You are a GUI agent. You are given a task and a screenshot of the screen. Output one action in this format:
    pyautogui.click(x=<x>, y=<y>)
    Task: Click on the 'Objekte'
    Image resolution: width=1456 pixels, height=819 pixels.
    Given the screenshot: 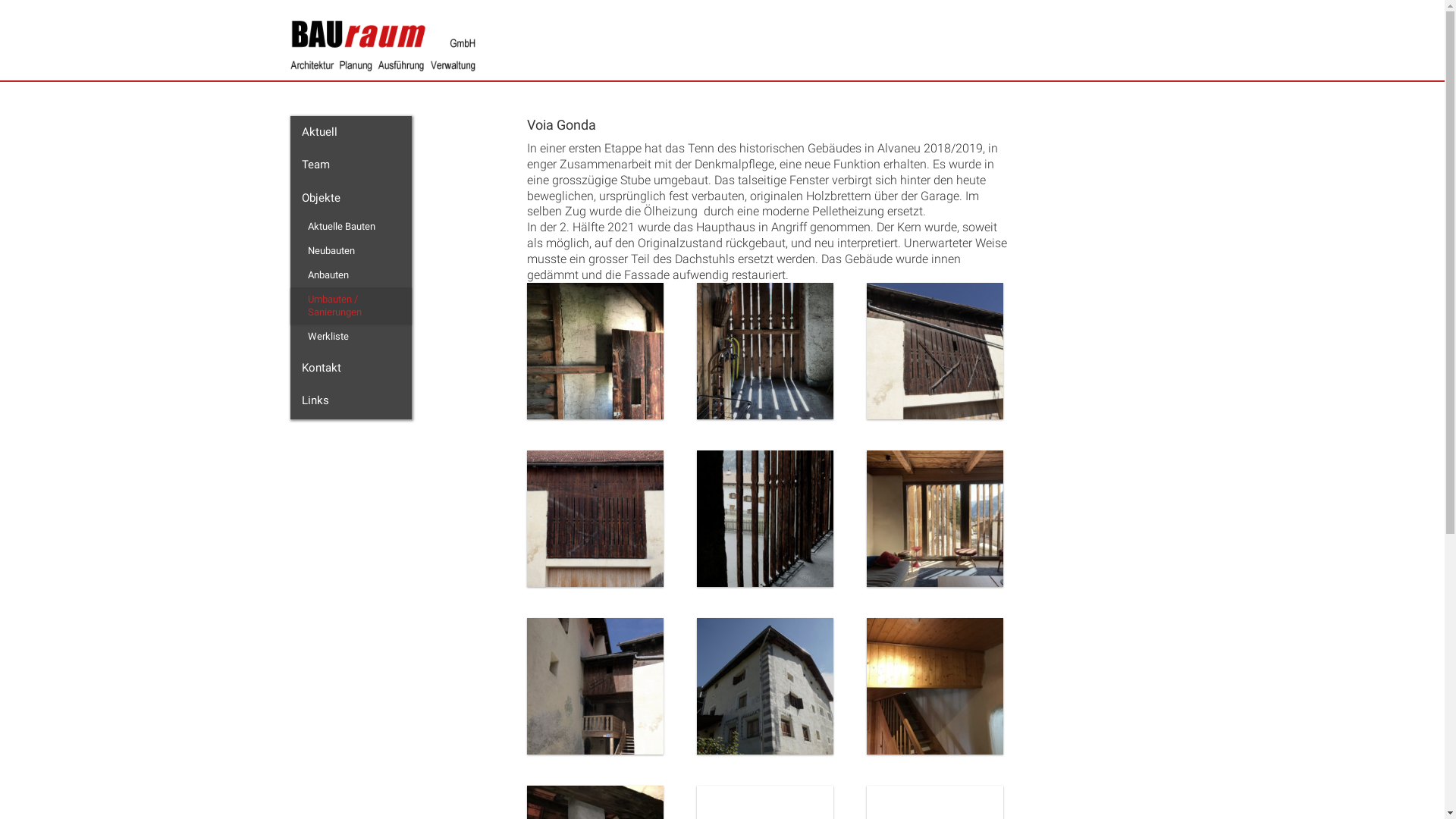 What is the action you would take?
    pyautogui.click(x=290, y=198)
    